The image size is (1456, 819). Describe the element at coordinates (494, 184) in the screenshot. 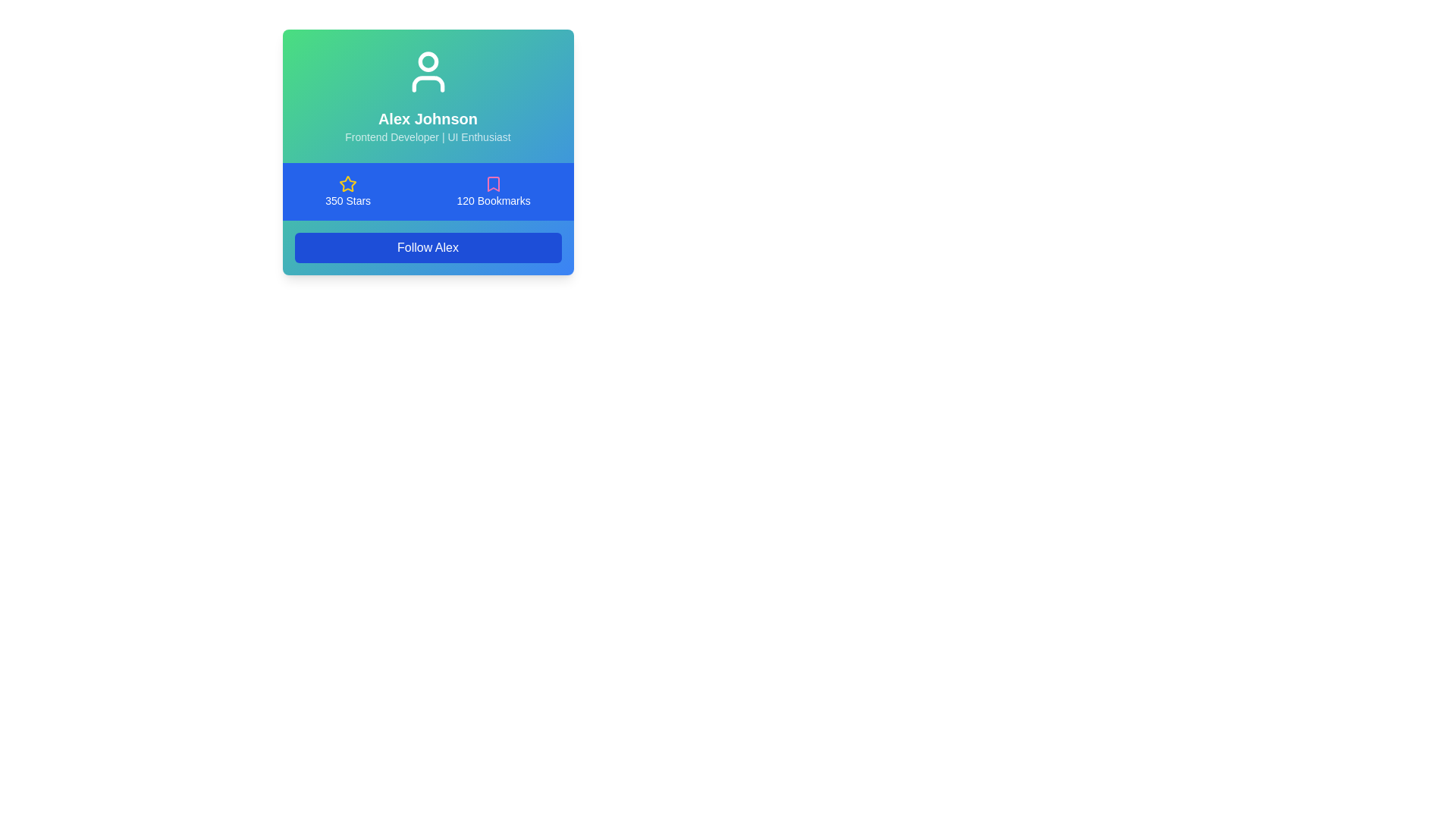

I see `the bookmark icon with a pink outline against a blue background, which is positioned to the right of '350 Stars' and above '120 Bookmarks'` at that location.